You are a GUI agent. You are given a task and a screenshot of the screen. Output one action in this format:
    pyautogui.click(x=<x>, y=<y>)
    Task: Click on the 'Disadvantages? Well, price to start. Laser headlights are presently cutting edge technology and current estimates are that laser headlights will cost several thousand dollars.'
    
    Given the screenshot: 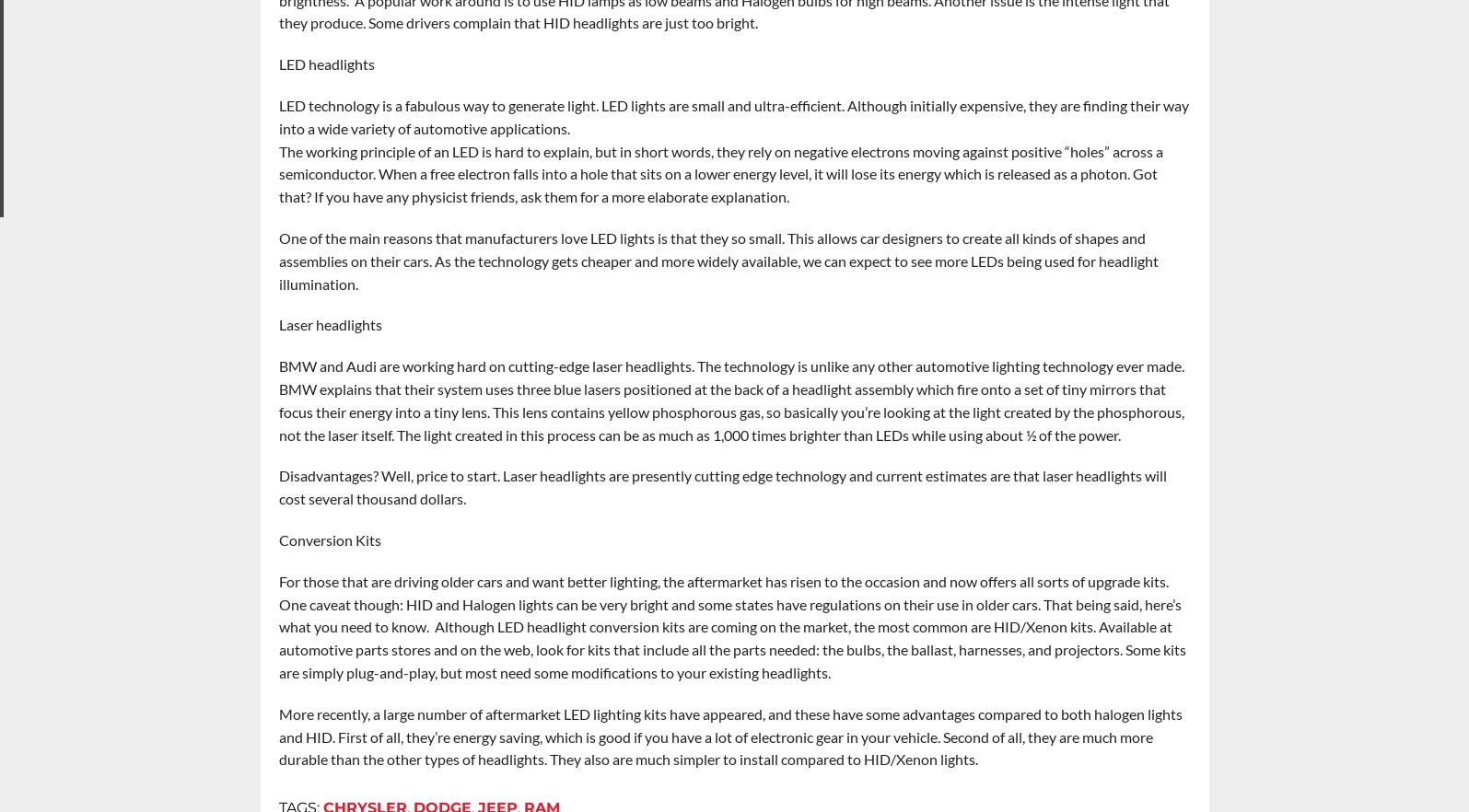 What is the action you would take?
    pyautogui.click(x=721, y=487)
    